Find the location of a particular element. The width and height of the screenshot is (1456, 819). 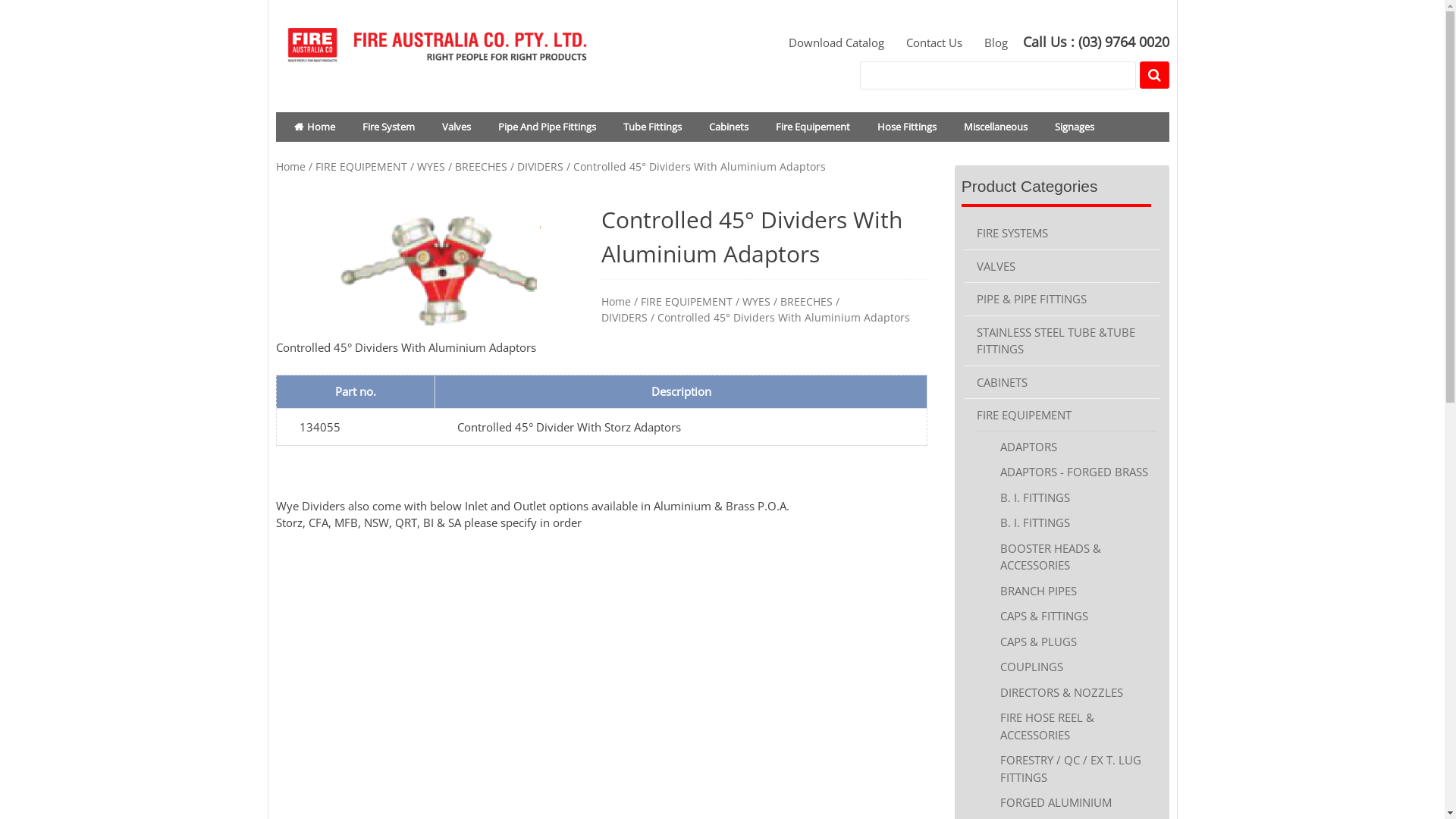

'Tube Fittings' is located at coordinates (652, 126).